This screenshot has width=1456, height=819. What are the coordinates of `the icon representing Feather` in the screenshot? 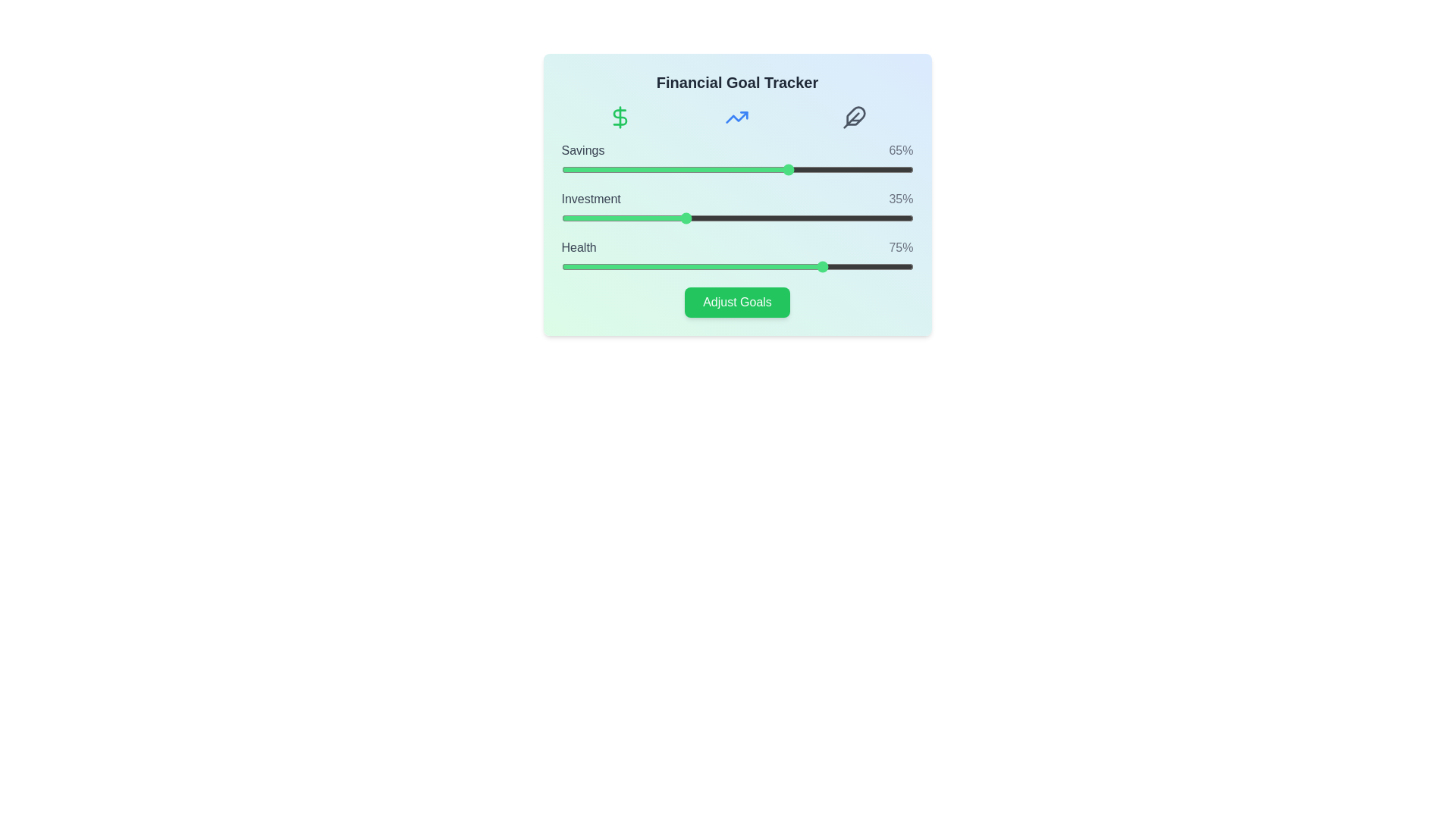 It's located at (855, 116).